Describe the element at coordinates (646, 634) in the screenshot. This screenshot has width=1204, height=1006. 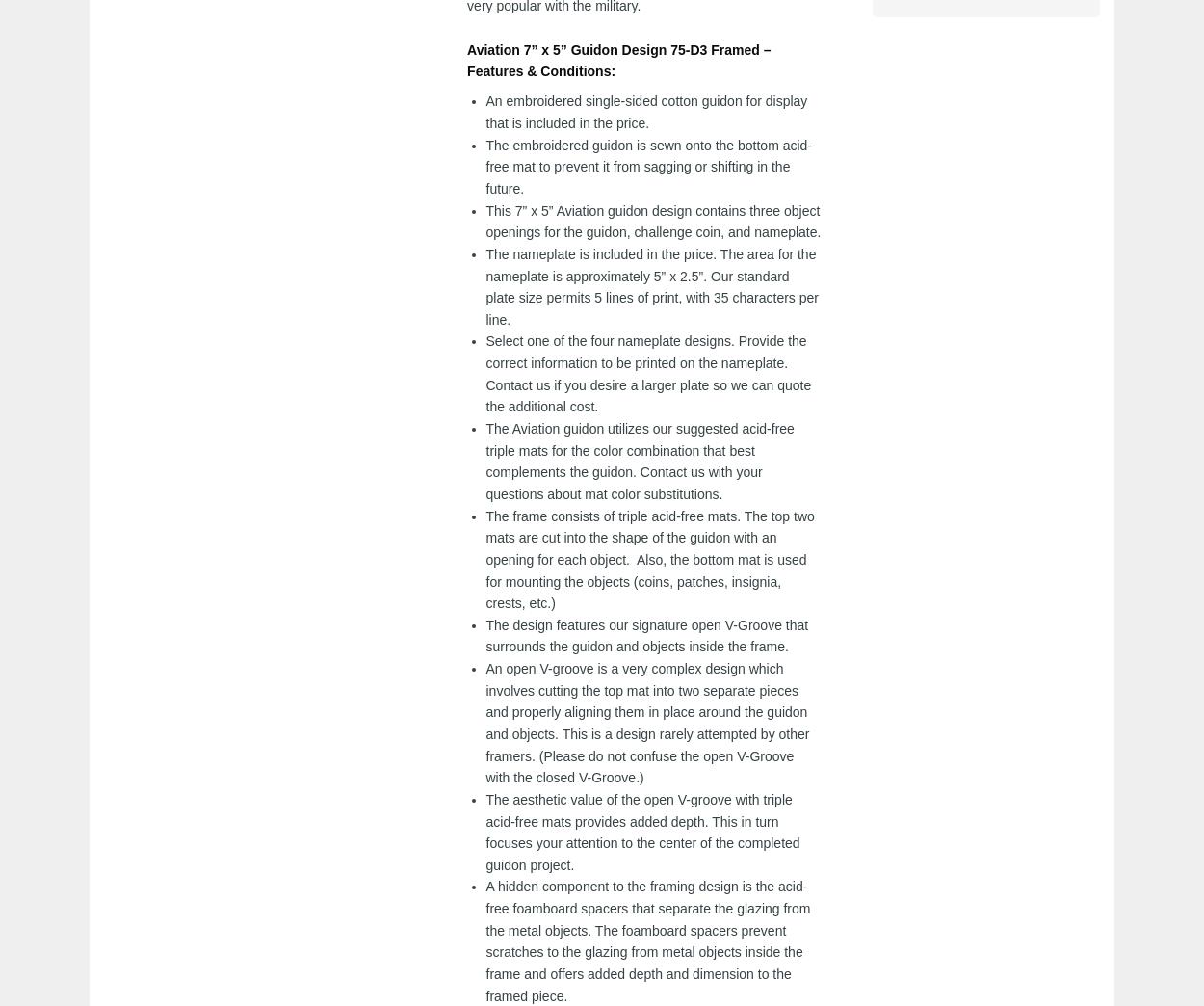
I see `'The design features our signature open V-Groove that surrounds the guidon and objects inside the frame.'` at that location.